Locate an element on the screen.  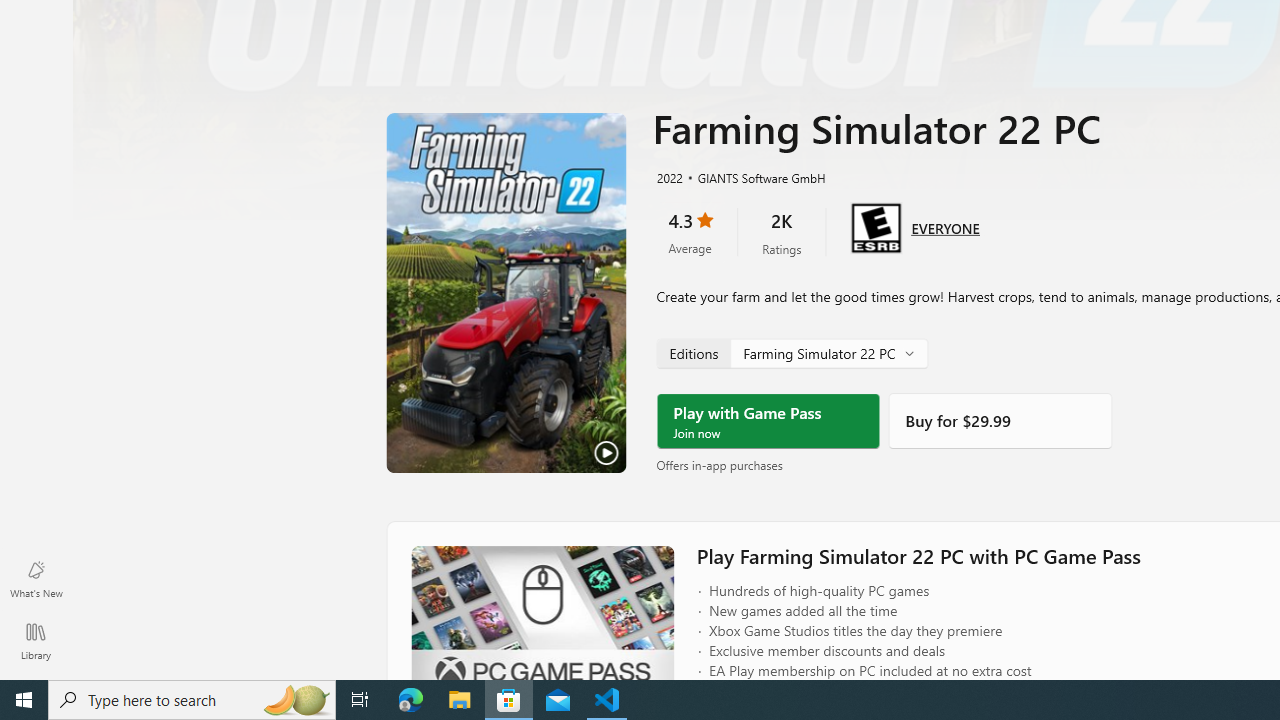
'GIANTS Software GmbH' is located at coordinates (752, 176).